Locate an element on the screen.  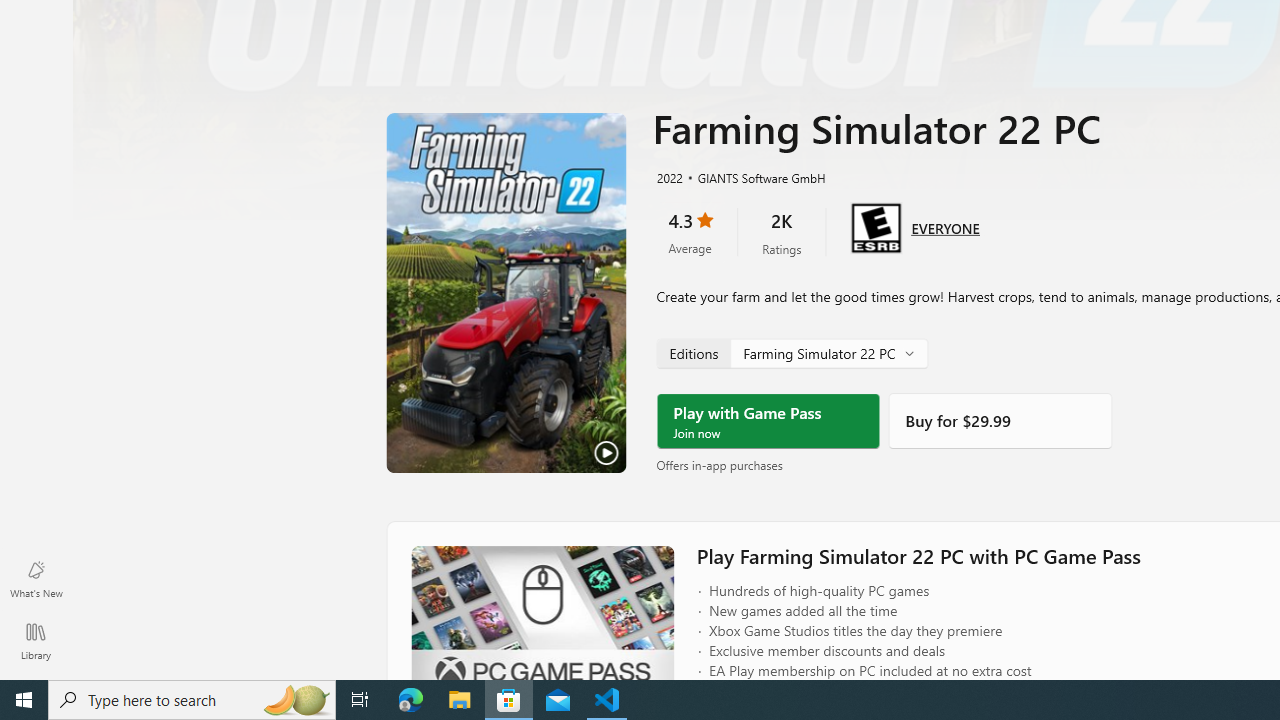
'GIANTS Software GmbH' is located at coordinates (752, 176).